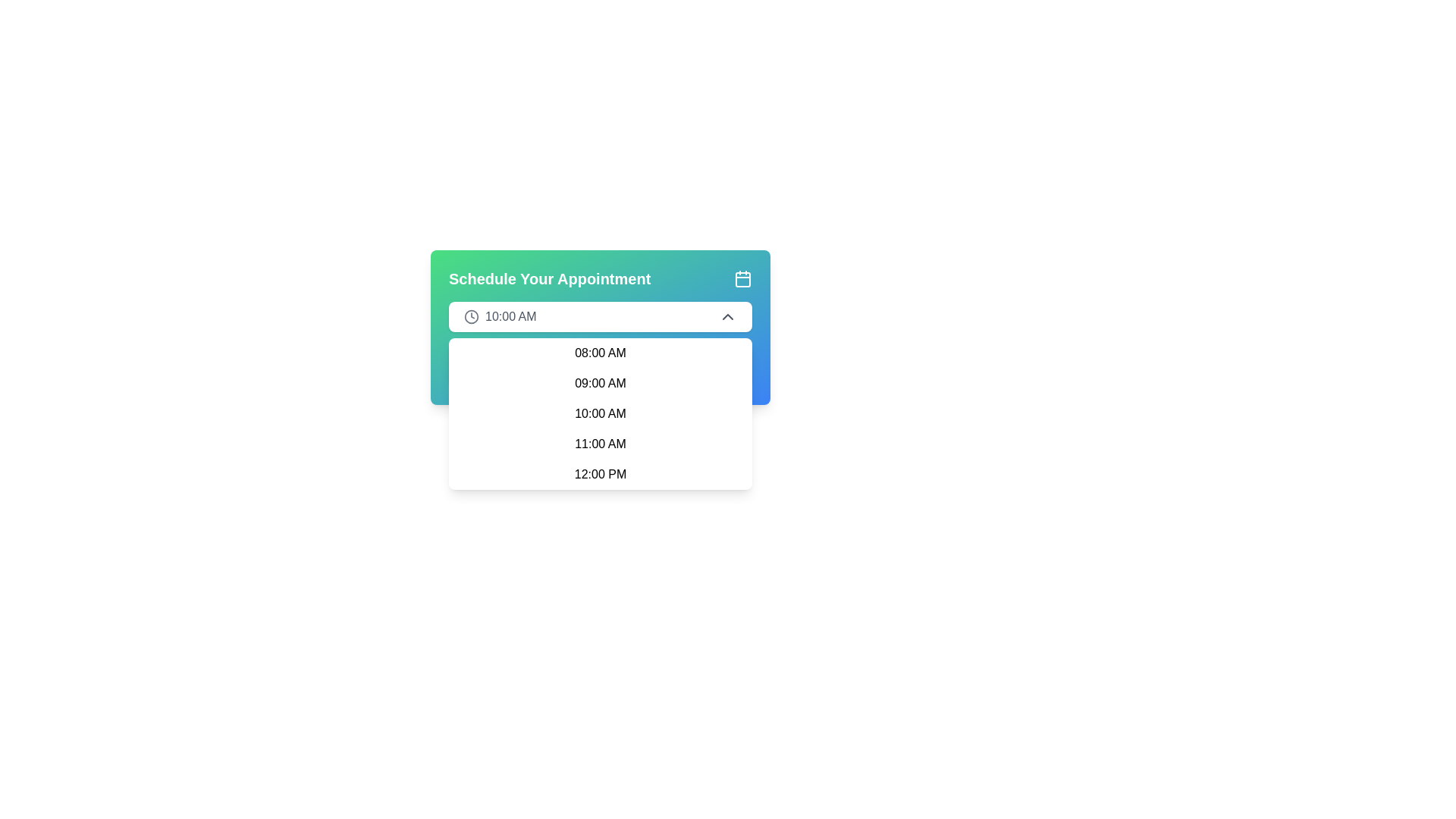  Describe the element at coordinates (600, 382) in the screenshot. I see `the second option in the dropdown menu that allows the user to select the time '09:00 AM' for appointment scheduling` at that location.